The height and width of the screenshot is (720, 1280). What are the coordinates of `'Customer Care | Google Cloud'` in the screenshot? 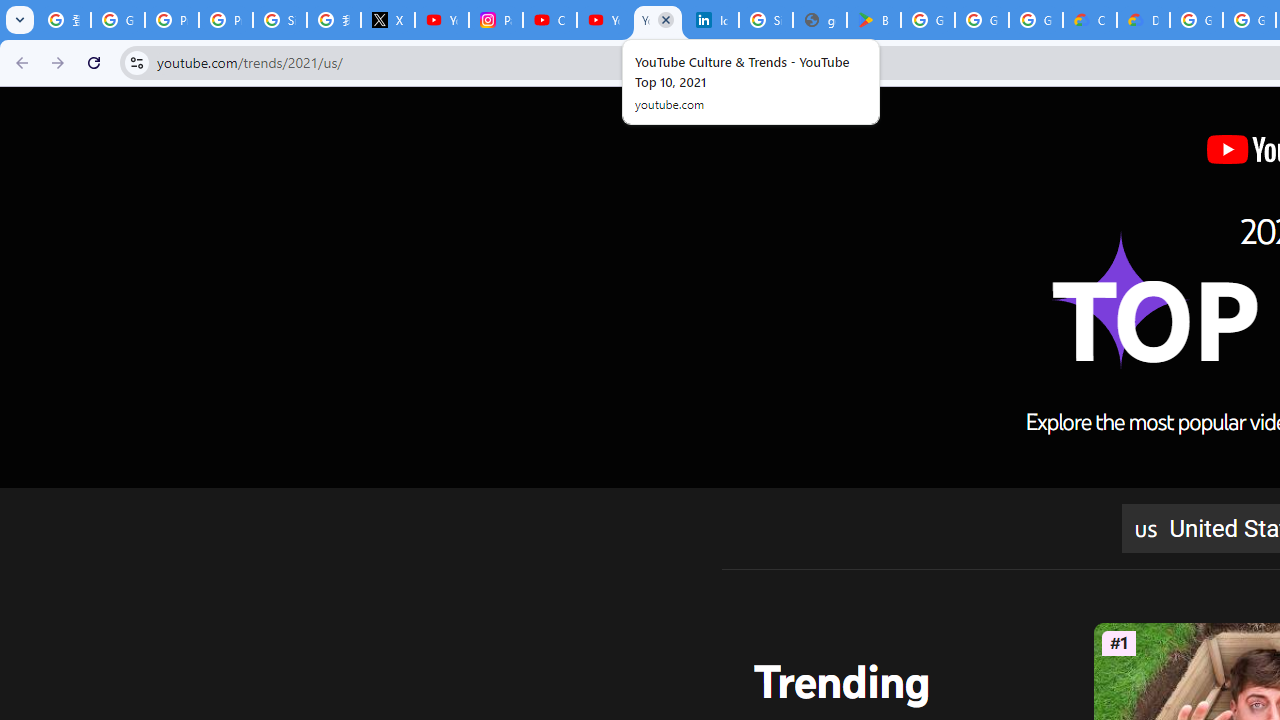 It's located at (1088, 20).